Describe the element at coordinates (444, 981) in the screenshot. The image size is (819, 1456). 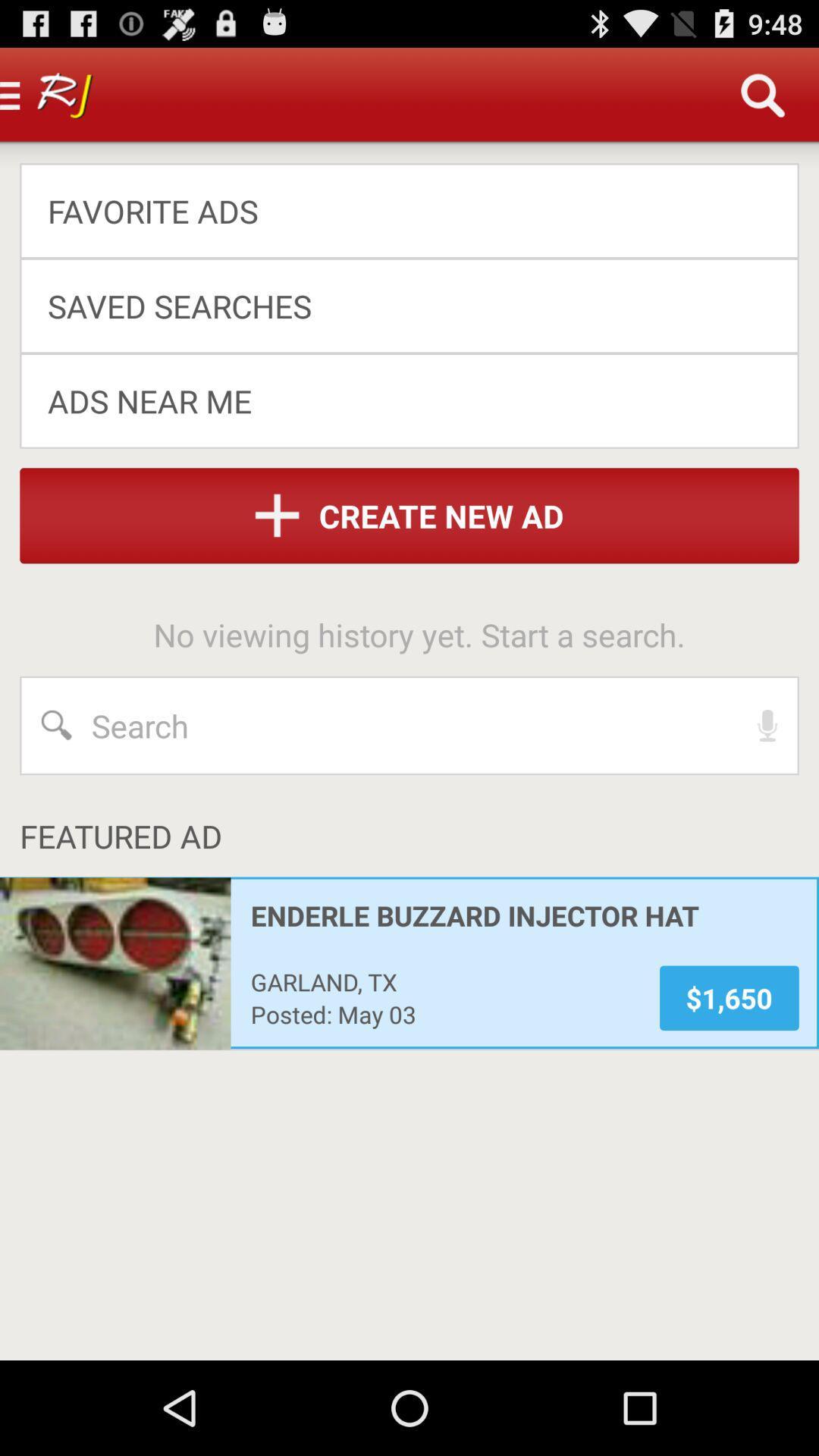
I see `app to the left of $1,650` at that location.